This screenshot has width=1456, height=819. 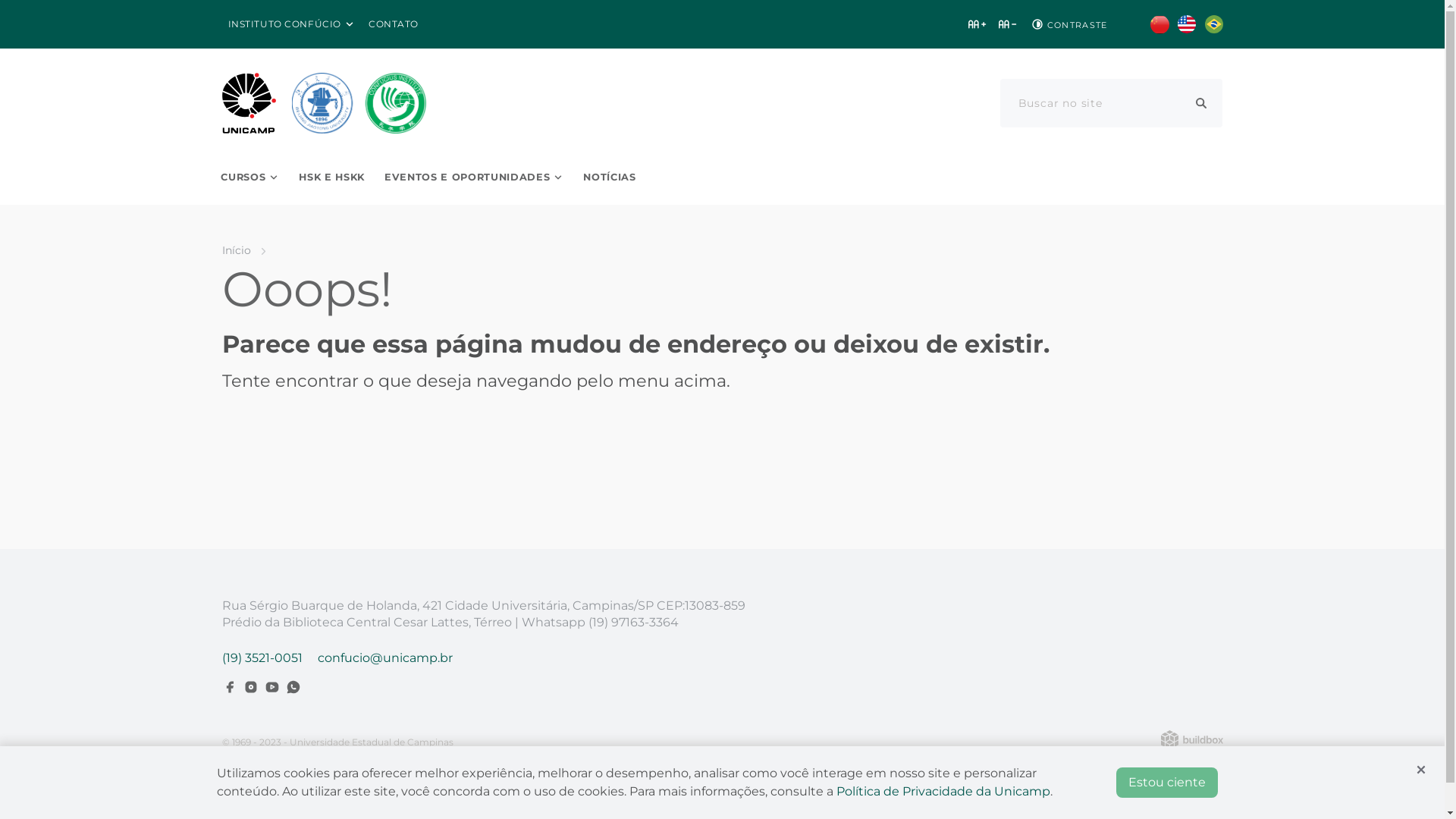 What do you see at coordinates (977, 24) in the screenshot?
I see `'Aumentar fonte'` at bounding box center [977, 24].